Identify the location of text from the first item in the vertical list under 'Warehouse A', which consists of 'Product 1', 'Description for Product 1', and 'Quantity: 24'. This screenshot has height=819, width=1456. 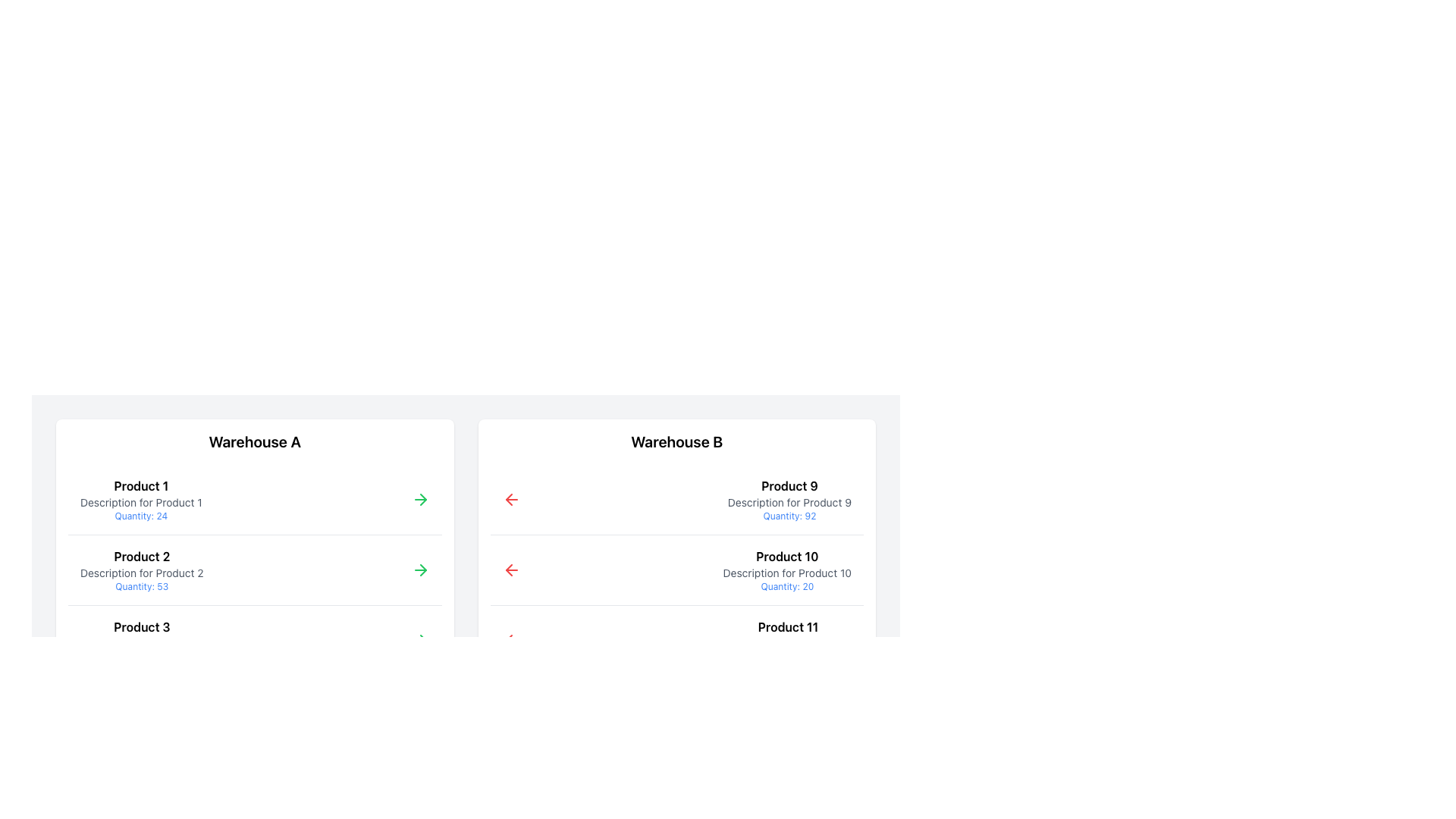
(141, 500).